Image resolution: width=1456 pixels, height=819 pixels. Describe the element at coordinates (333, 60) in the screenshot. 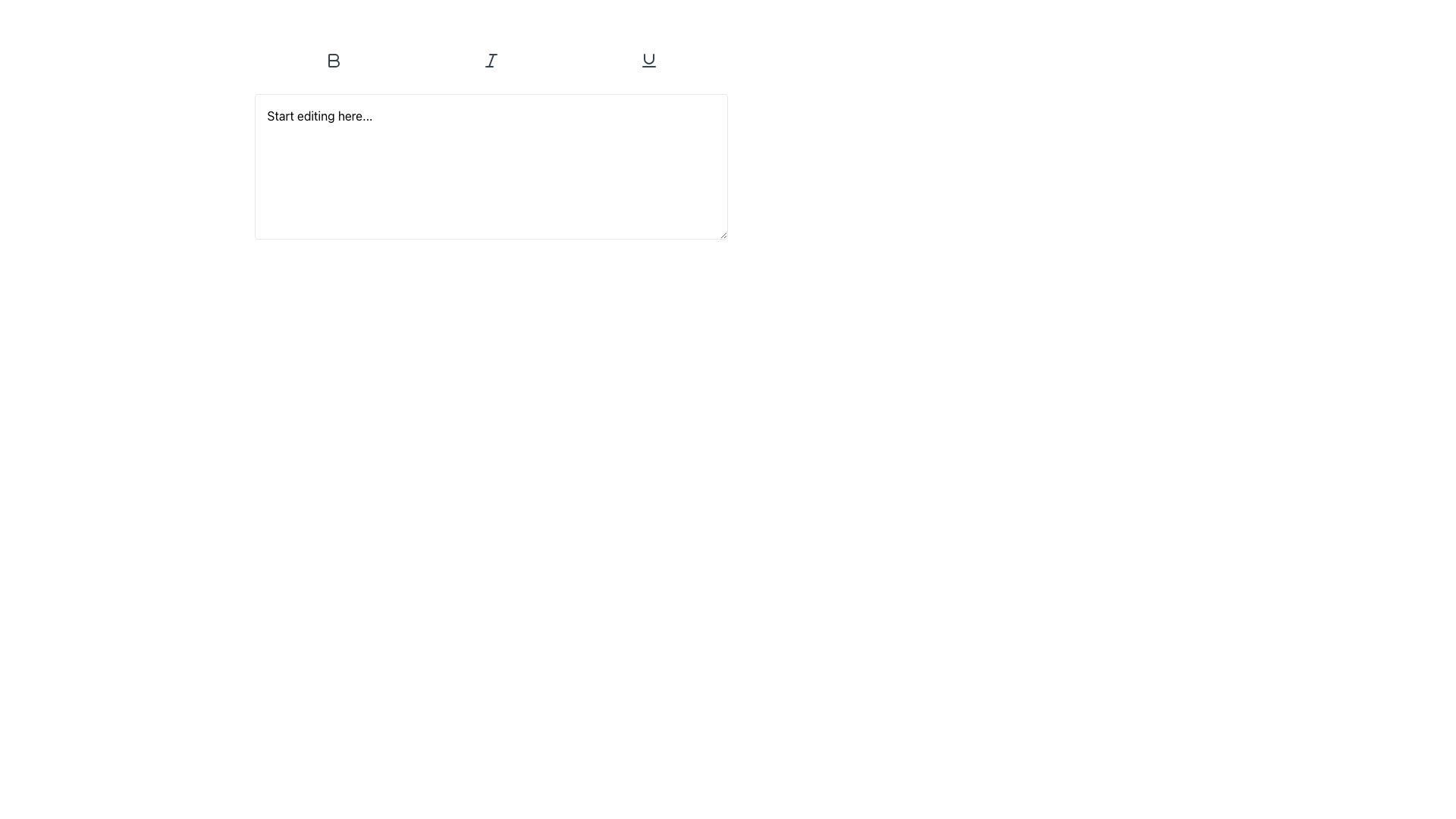

I see `the bold icon button located at the leftmost position in the formatting toolbar` at that location.